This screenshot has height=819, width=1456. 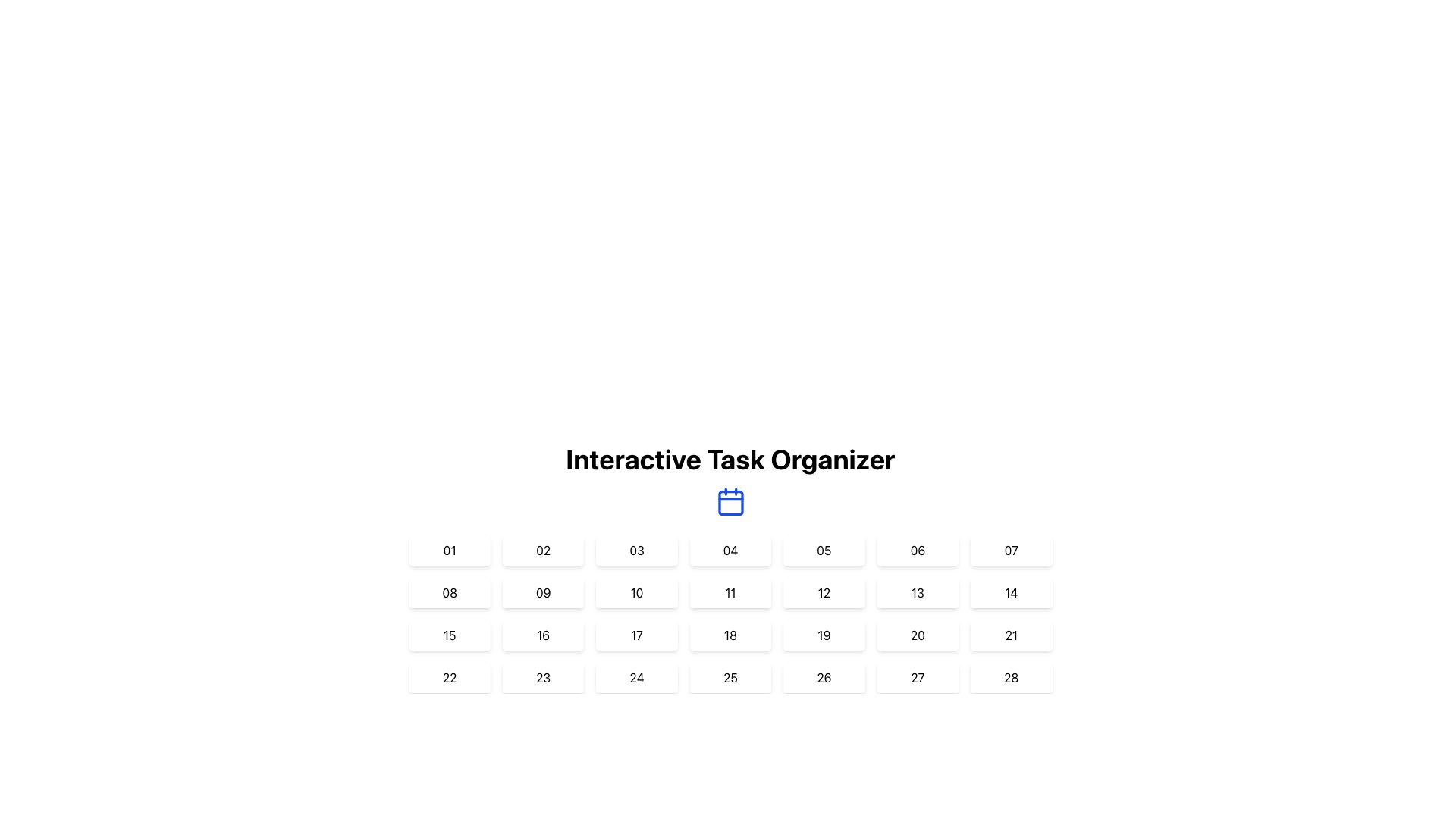 What do you see at coordinates (730, 677) in the screenshot?
I see `the 25th day button in the calendar` at bounding box center [730, 677].